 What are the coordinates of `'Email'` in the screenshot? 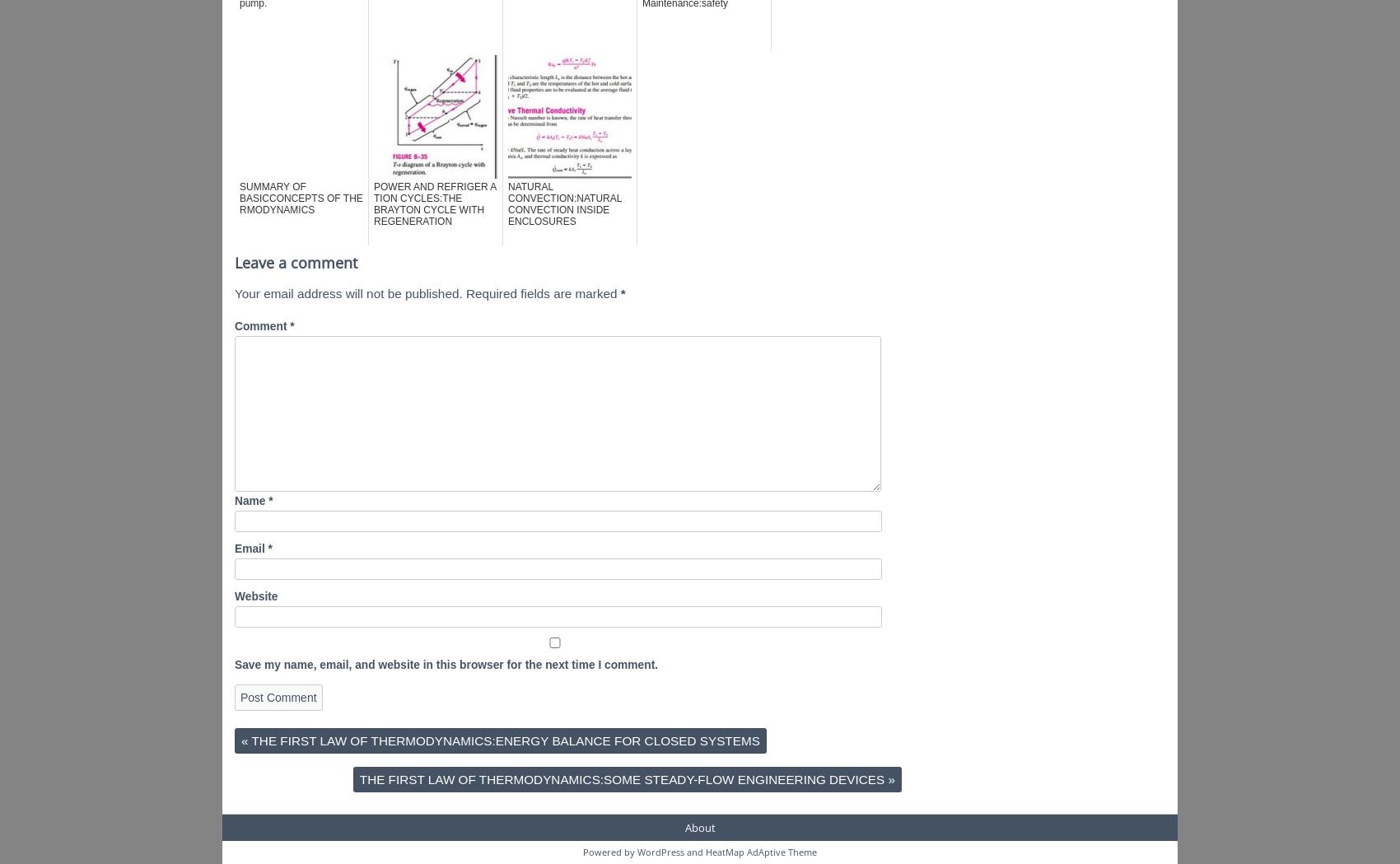 It's located at (250, 547).